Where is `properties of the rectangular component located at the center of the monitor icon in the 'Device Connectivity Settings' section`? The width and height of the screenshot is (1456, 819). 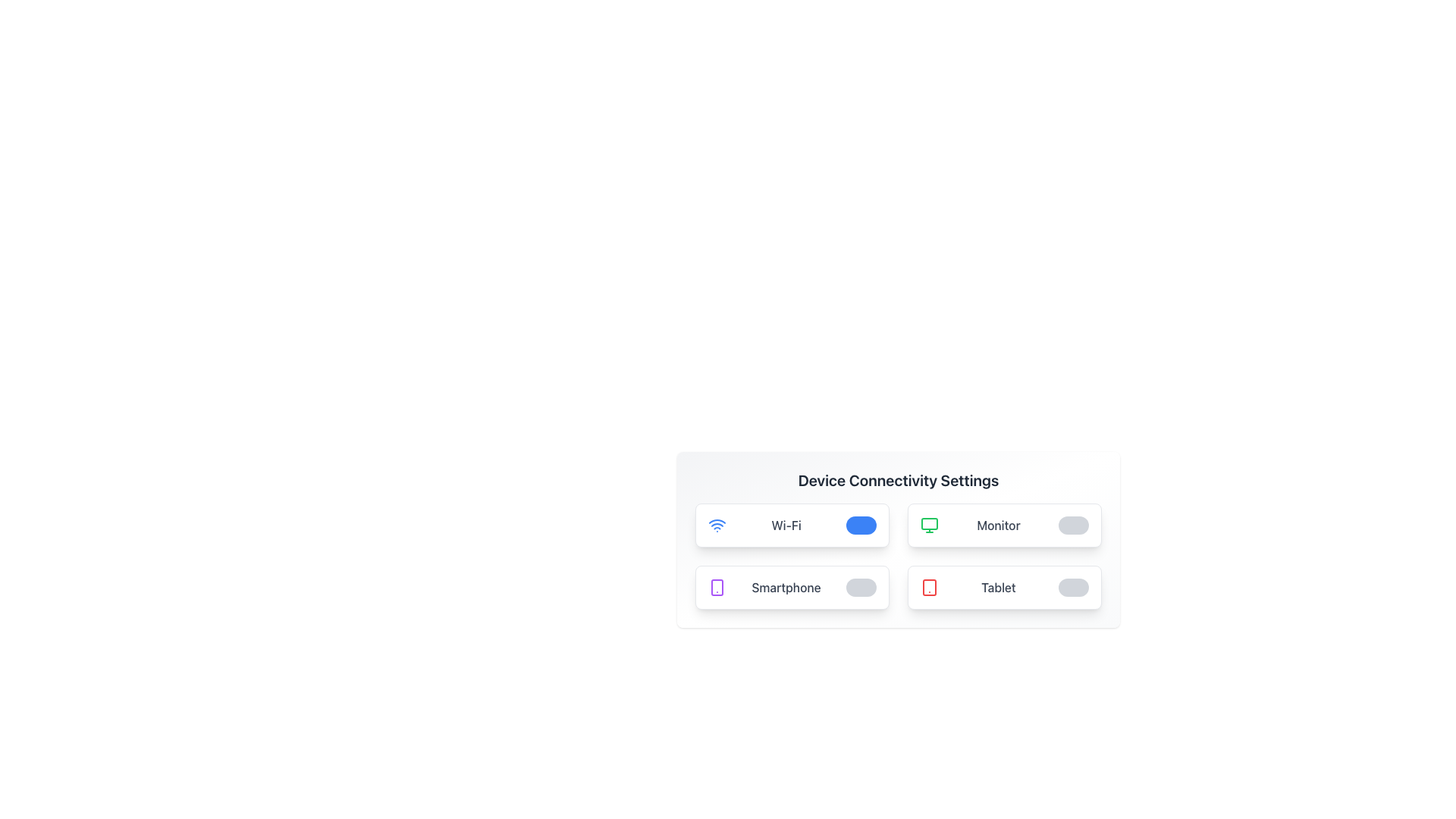
properties of the rectangular component located at the center of the monitor icon in the 'Device Connectivity Settings' section is located at coordinates (928, 522).